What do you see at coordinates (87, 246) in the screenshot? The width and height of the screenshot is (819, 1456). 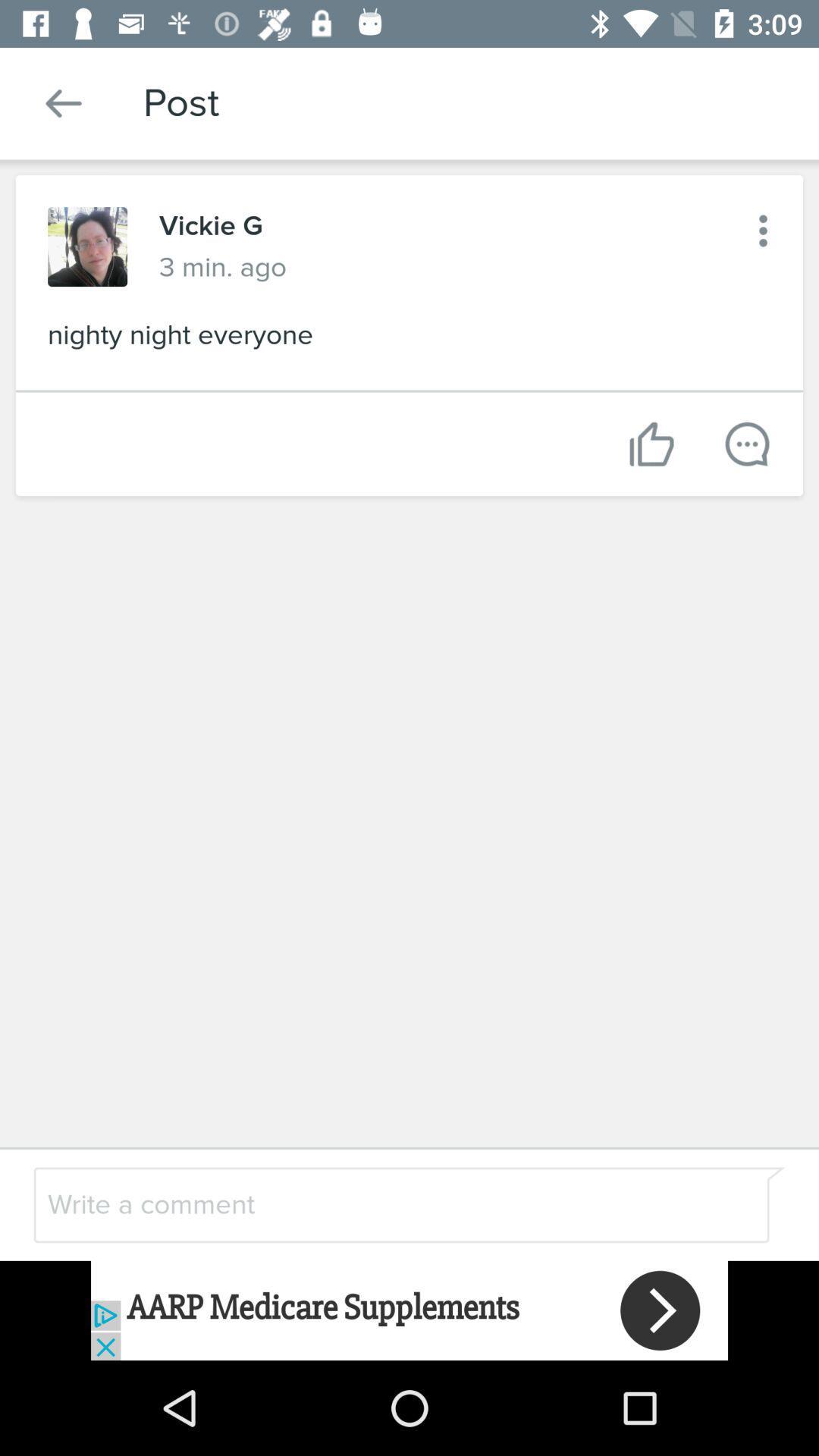 I see `show the profile picture` at bounding box center [87, 246].